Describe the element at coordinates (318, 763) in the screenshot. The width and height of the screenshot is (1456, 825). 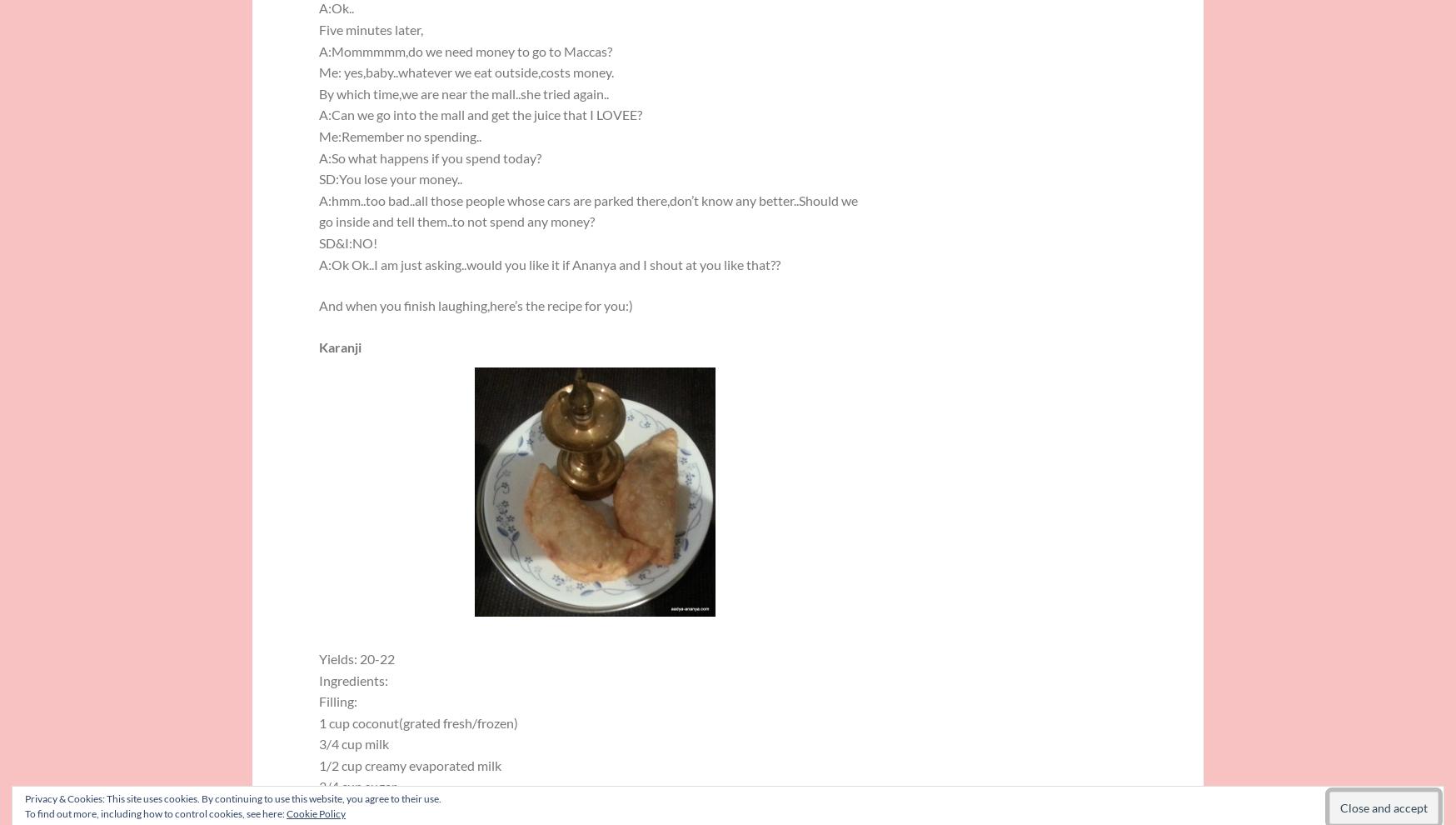
I see `'1/2 cup creamy evaporated milk'` at that location.